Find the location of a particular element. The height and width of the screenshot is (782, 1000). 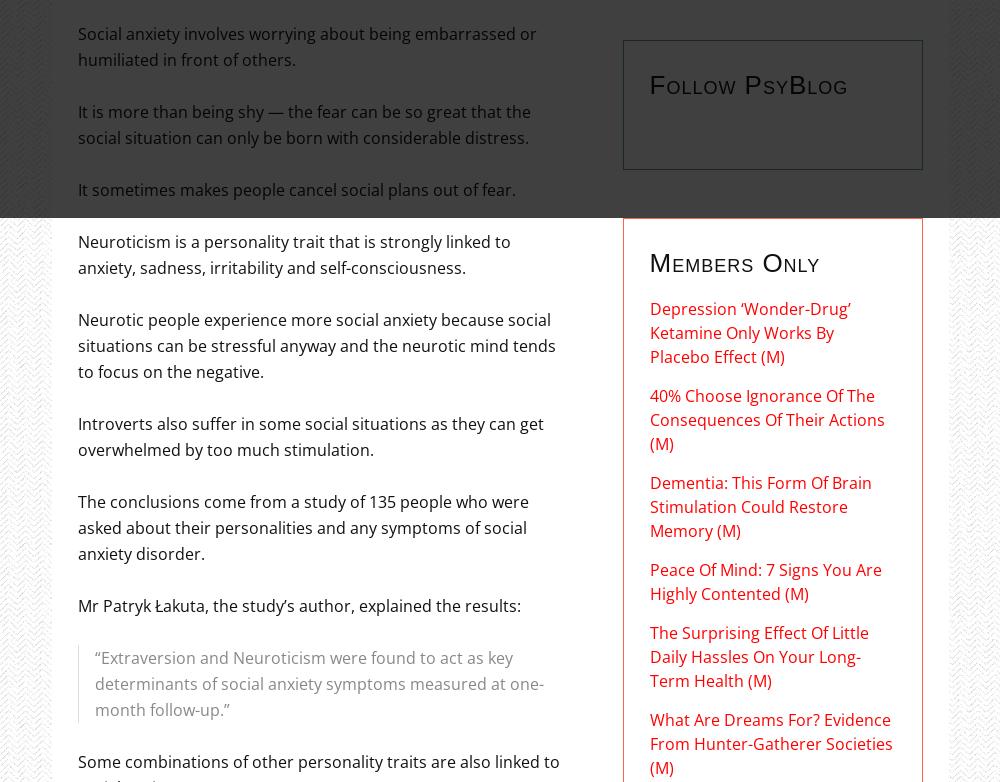

'Social anxiety involves worrying about being embarrassed or humiliated in front of others.' is located at coordinates (306, 45).